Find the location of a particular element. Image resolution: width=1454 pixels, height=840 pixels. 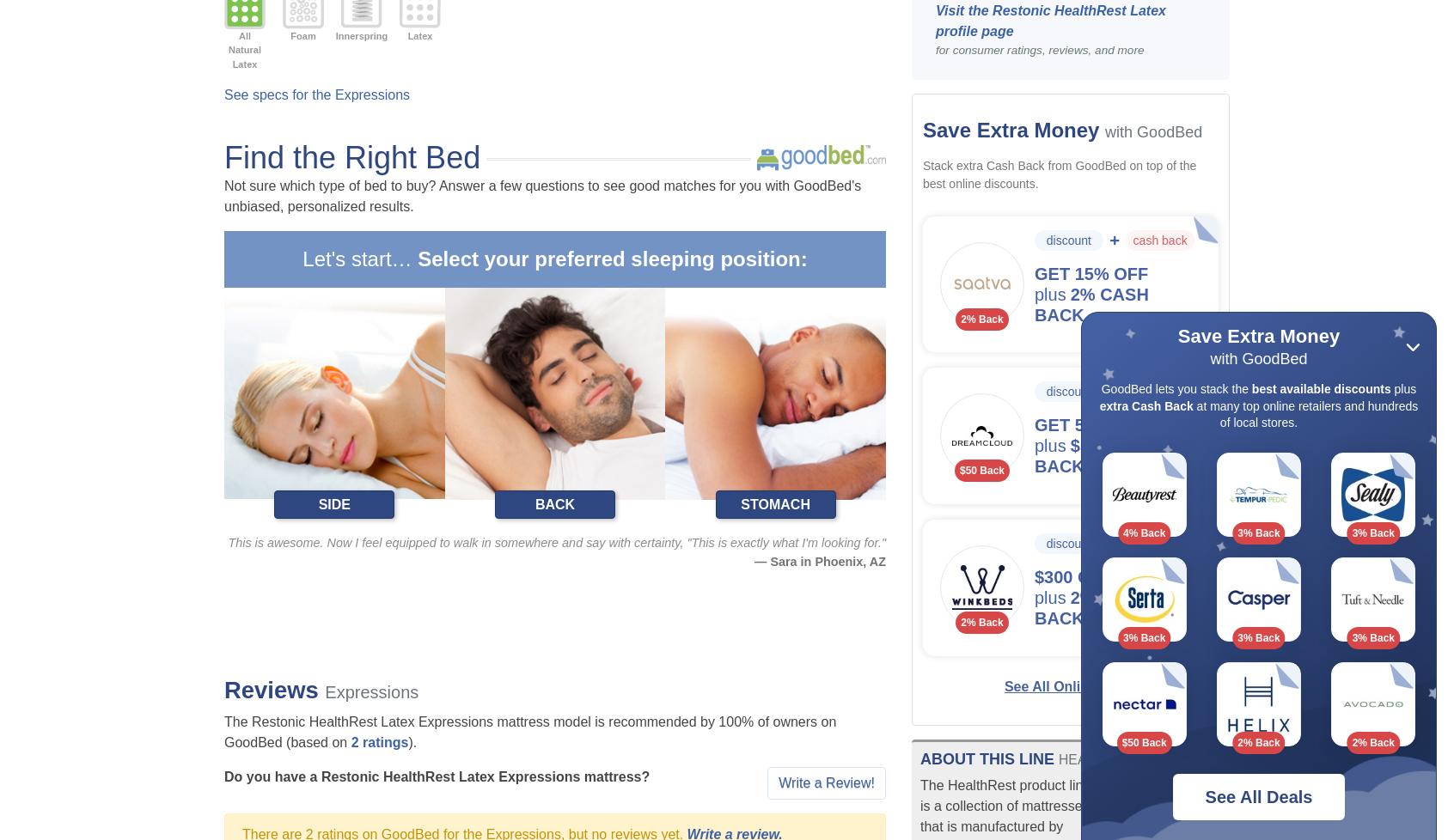

'2' is located at coordinates (354, 741).